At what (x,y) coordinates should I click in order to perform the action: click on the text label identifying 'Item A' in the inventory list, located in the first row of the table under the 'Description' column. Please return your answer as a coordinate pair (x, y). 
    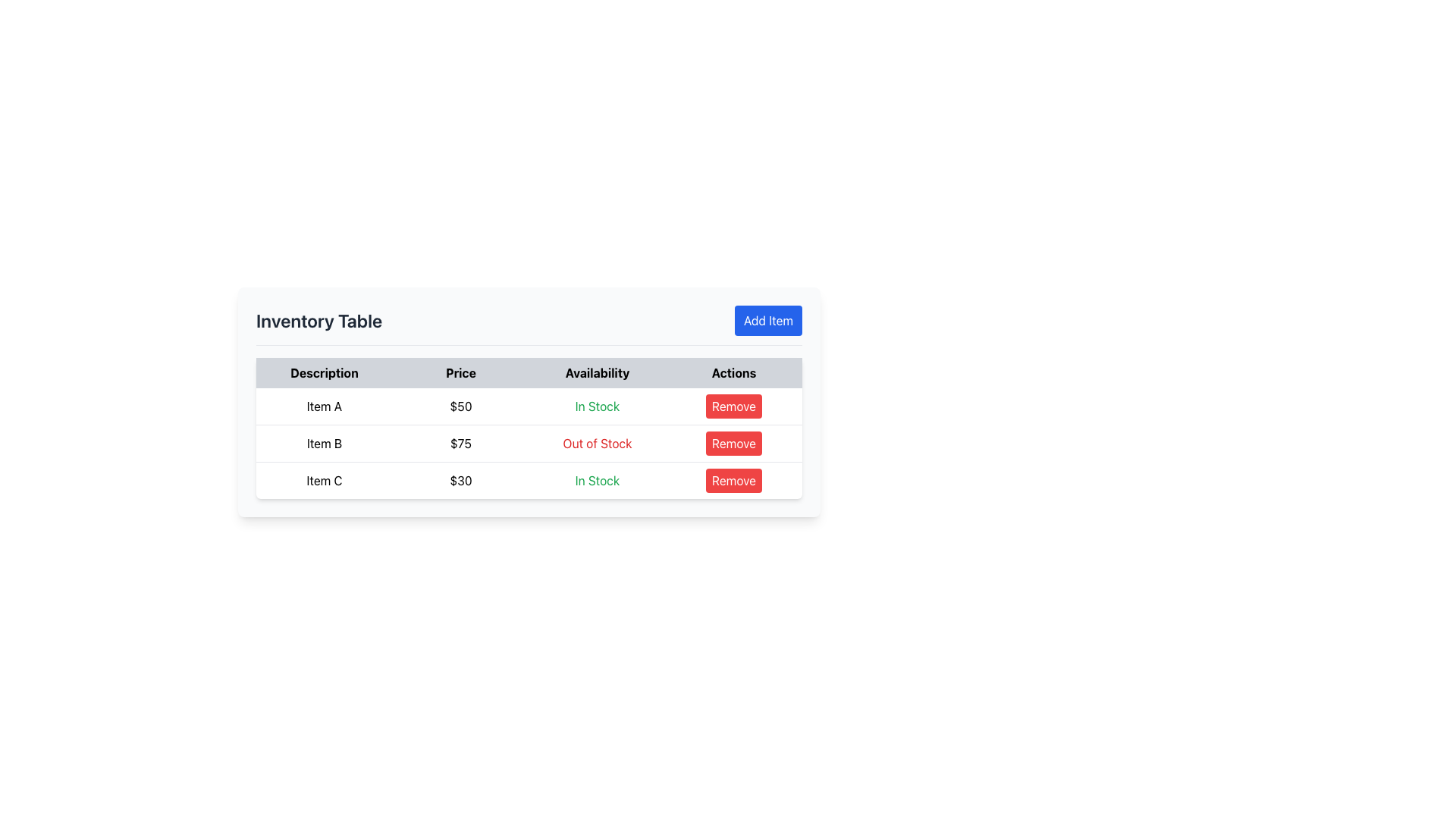
    Looking at the image, I should click on (323, 406).